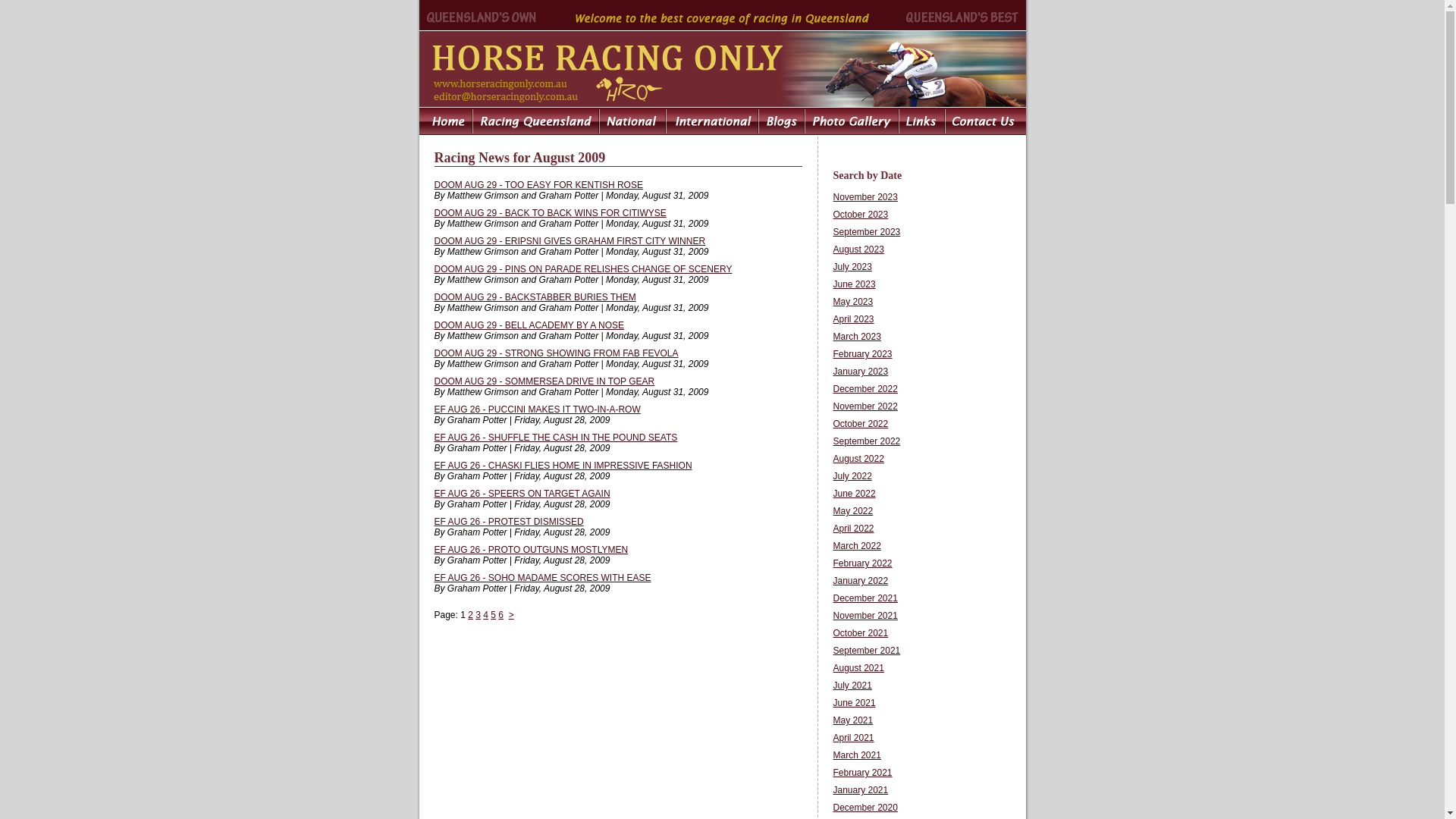  I want to click on 'June 2023', so click(854, 284).